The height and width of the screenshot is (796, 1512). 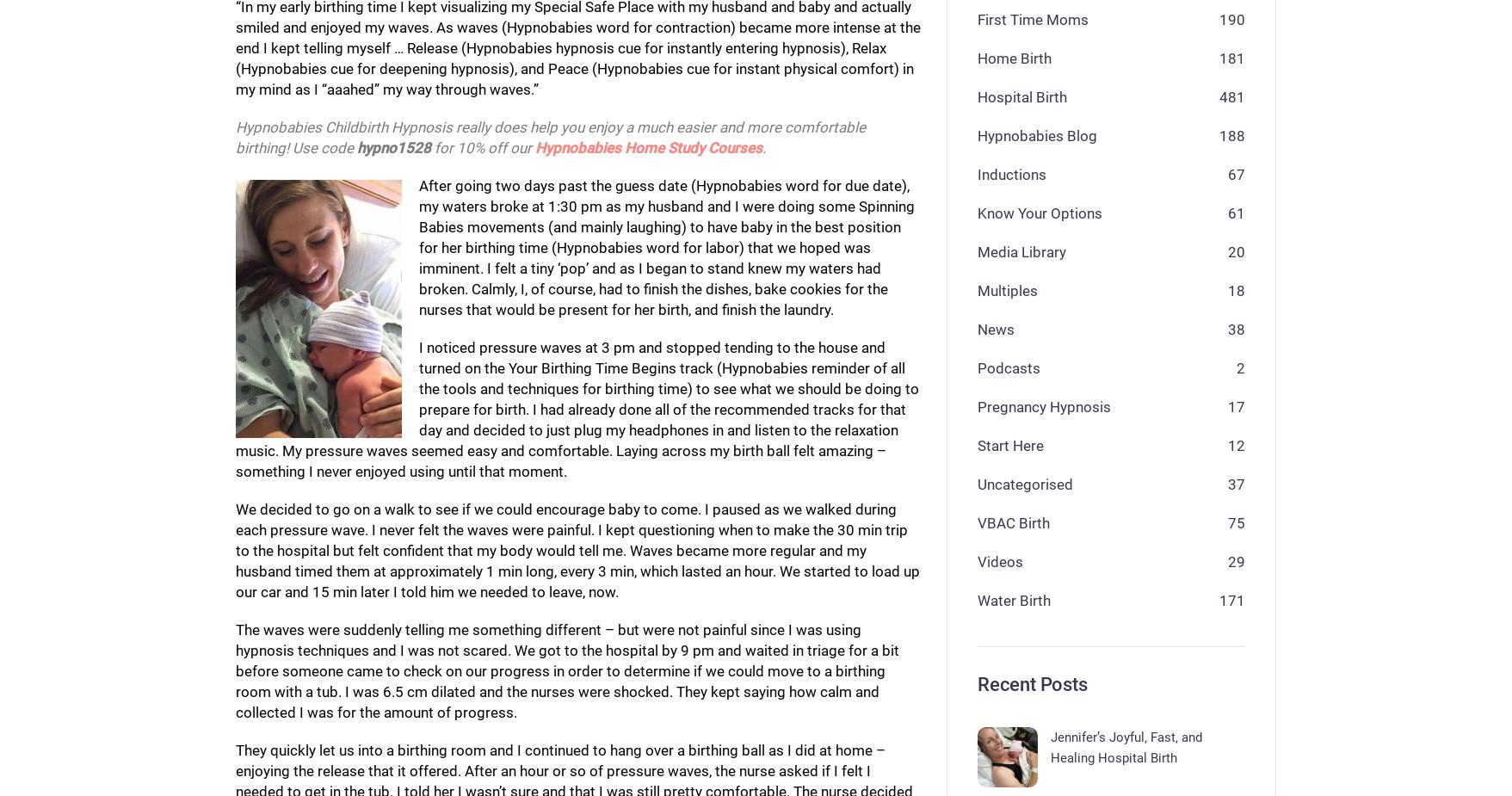 What do you see at coordinates (495, 752) in the screenshot?
I see `'Facebook Moms Support Group'` at bounding box center [495, 752].